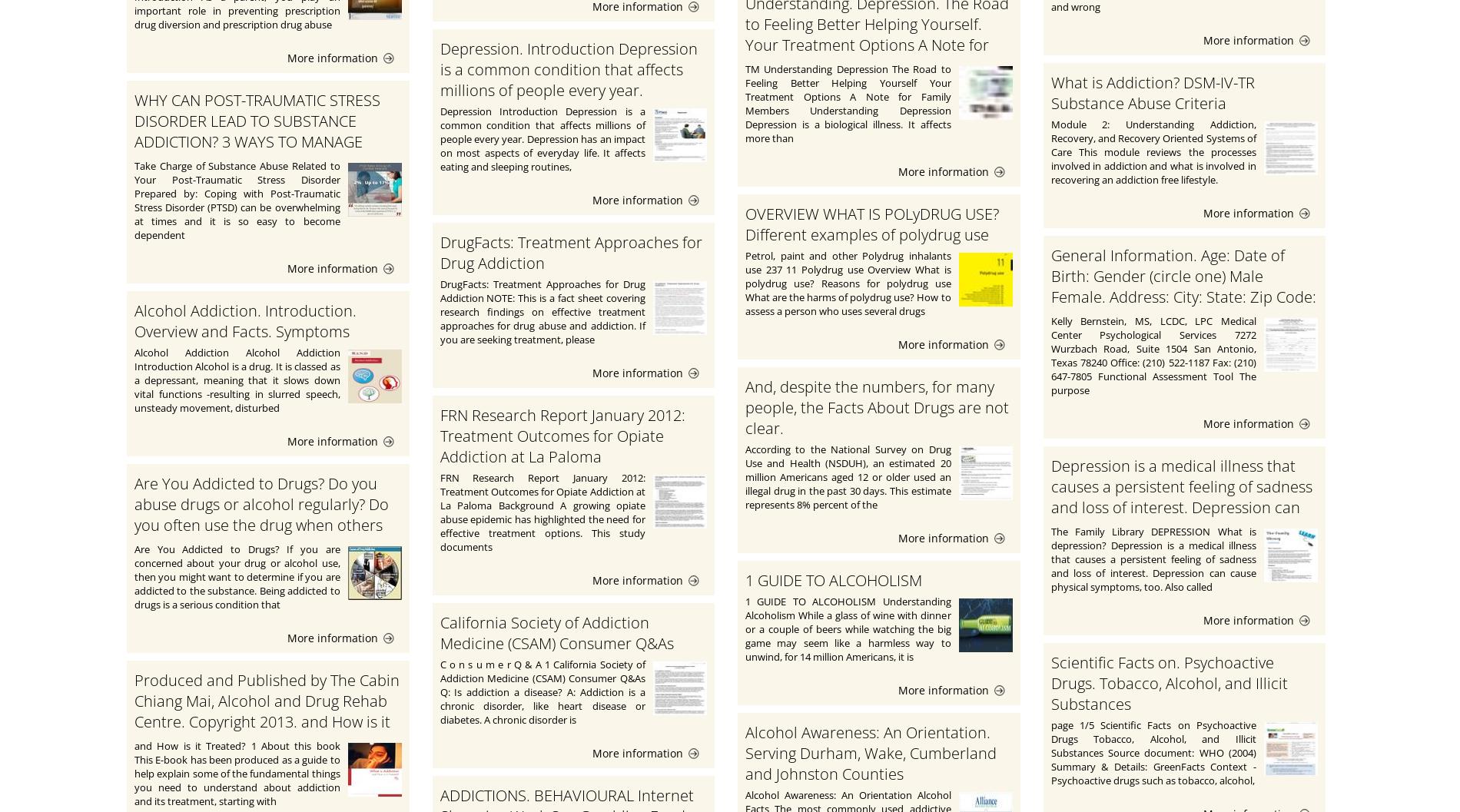 Image resolution: width=1460 pixels, height=812 pixels. Describe the element at coordinates (871, 753) in the screenshot. I see `'Alcohol Awareness: An Orientation. Serving Durham, Wake, Cumberland and Johnston Counties'` at that location.